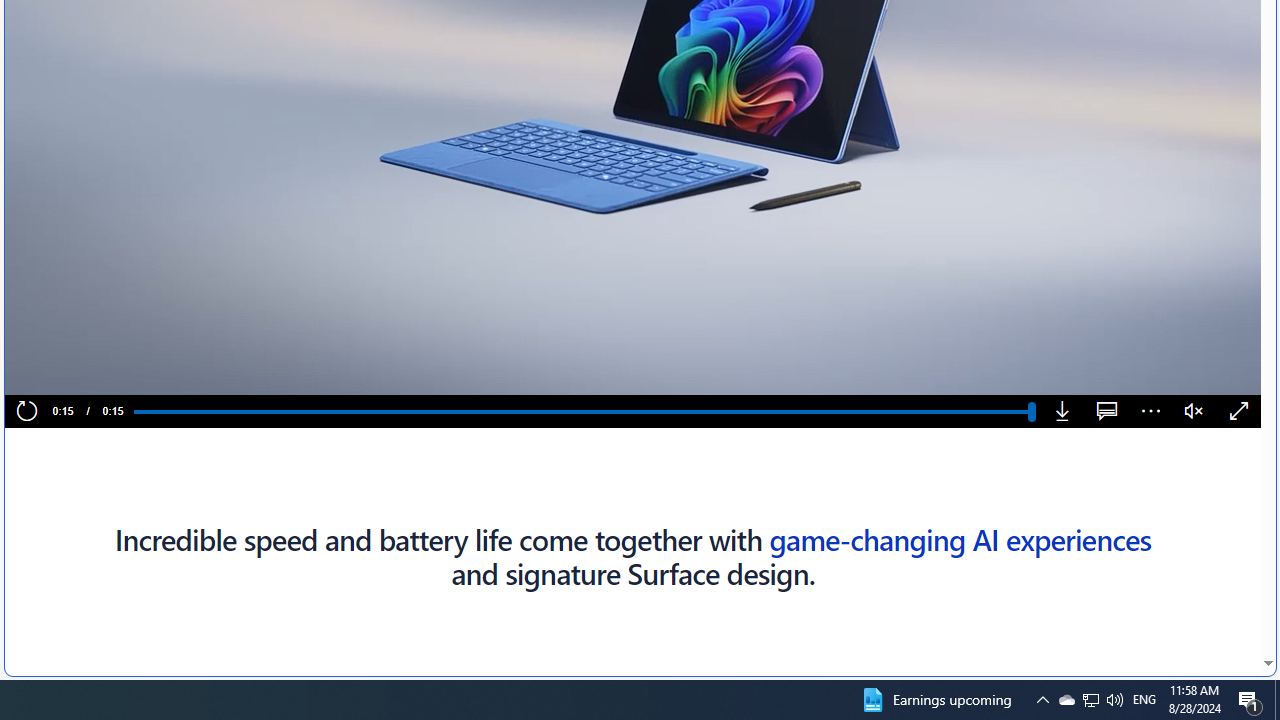 Image resolution: width=1280 pixels, height=720 pixels. Describe the element at coordinates (1062, 411) in the screenshot. I see `'Download'` at that location.